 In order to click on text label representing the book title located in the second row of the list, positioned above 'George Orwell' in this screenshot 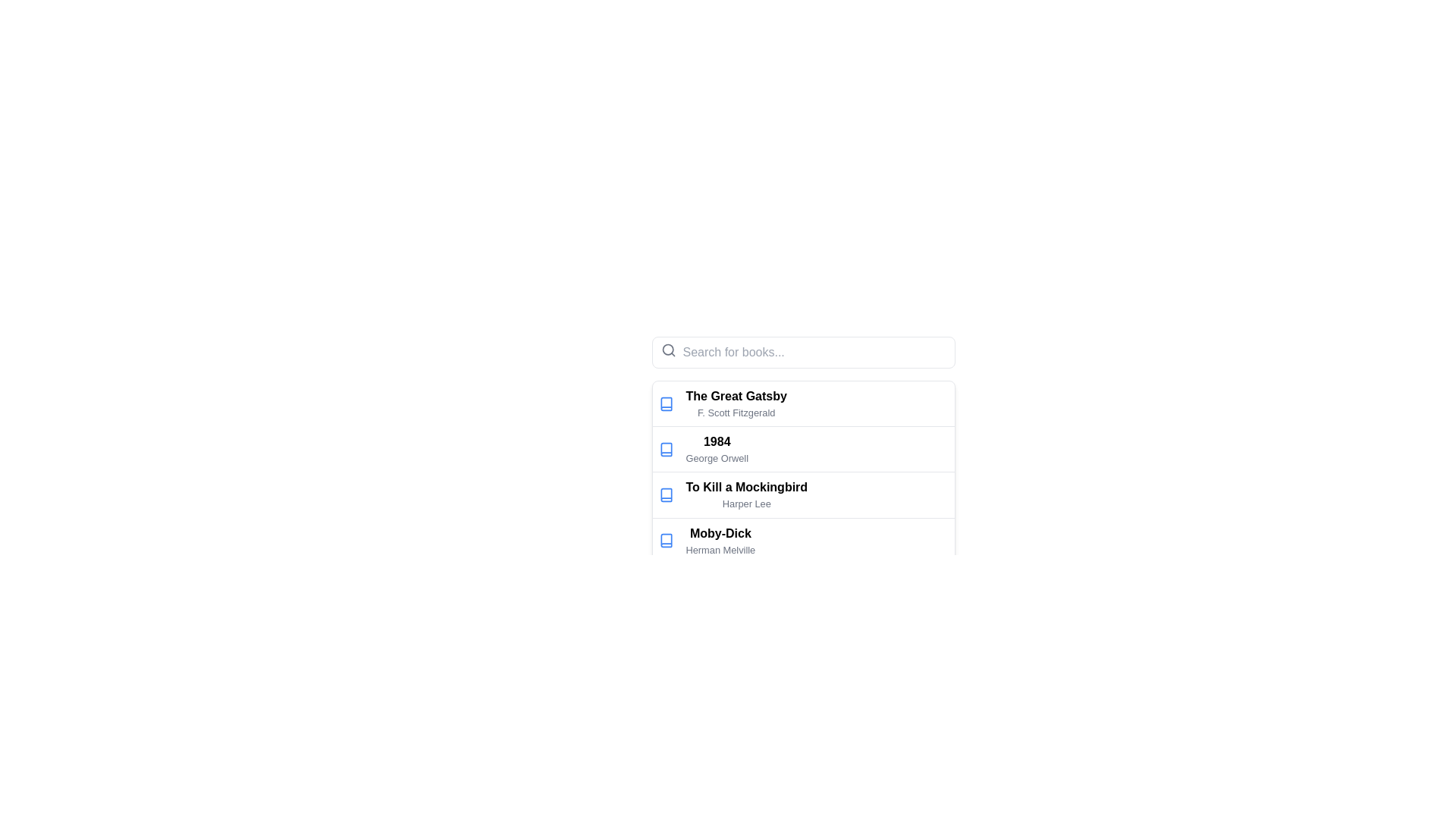, I will do `click(716, 441)`.